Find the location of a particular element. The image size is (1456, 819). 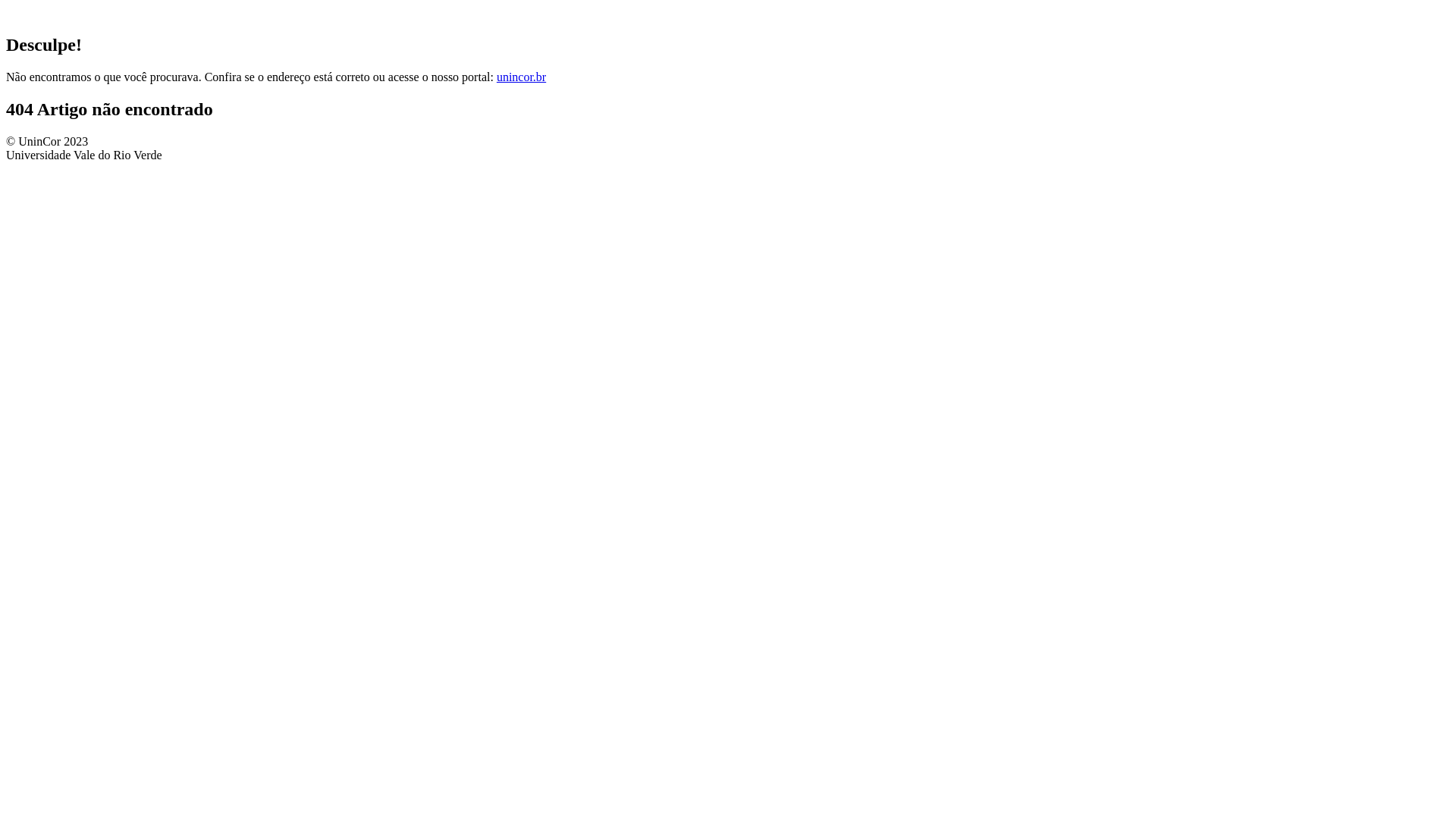

'unincor.br' is located at coordinates (496, 77).